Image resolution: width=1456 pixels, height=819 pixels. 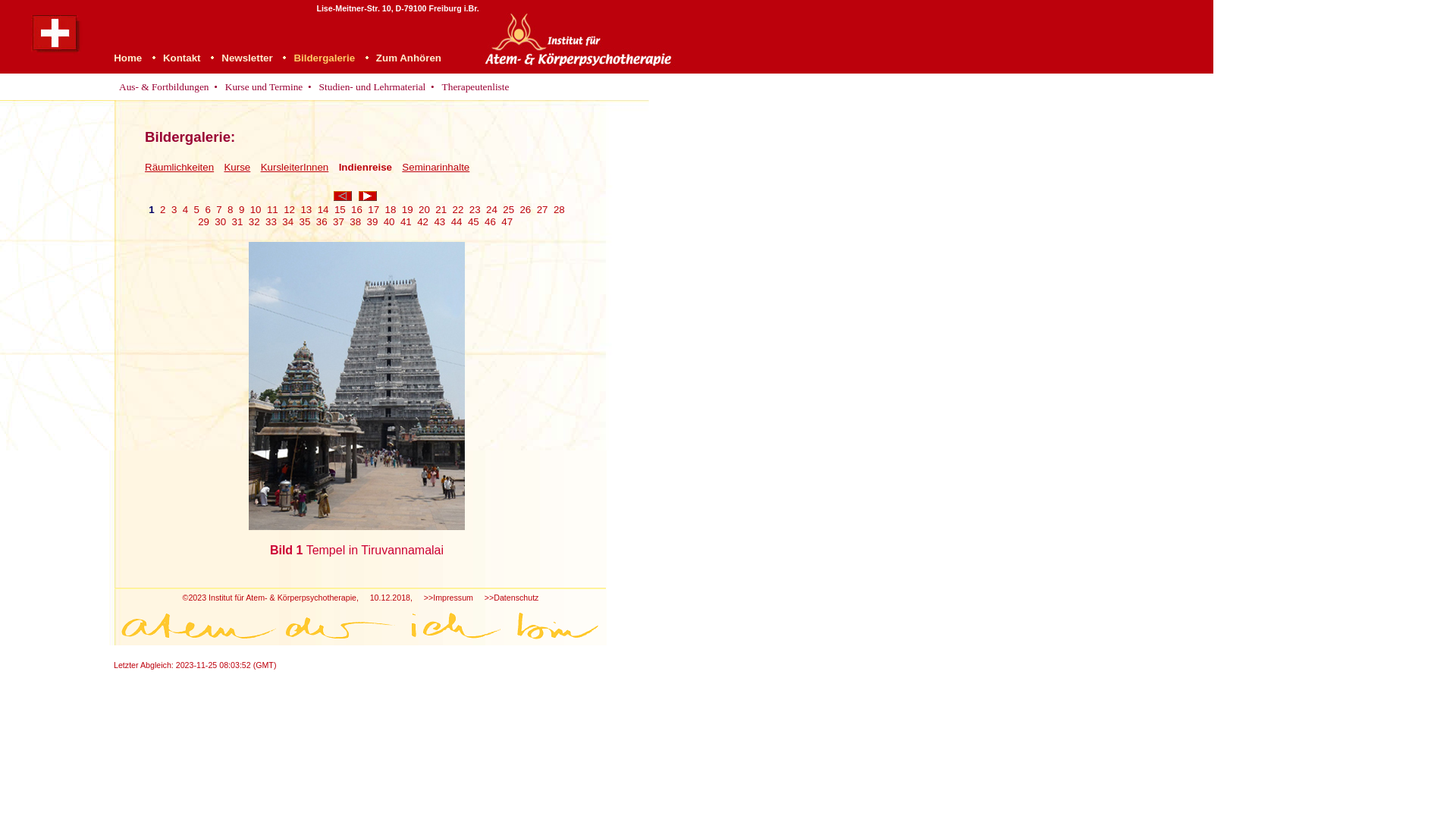 I want to click on 'Lise-Meitner-Str. 10, D-79100 Freiburg i.Br.', so click(x=397, y=7).